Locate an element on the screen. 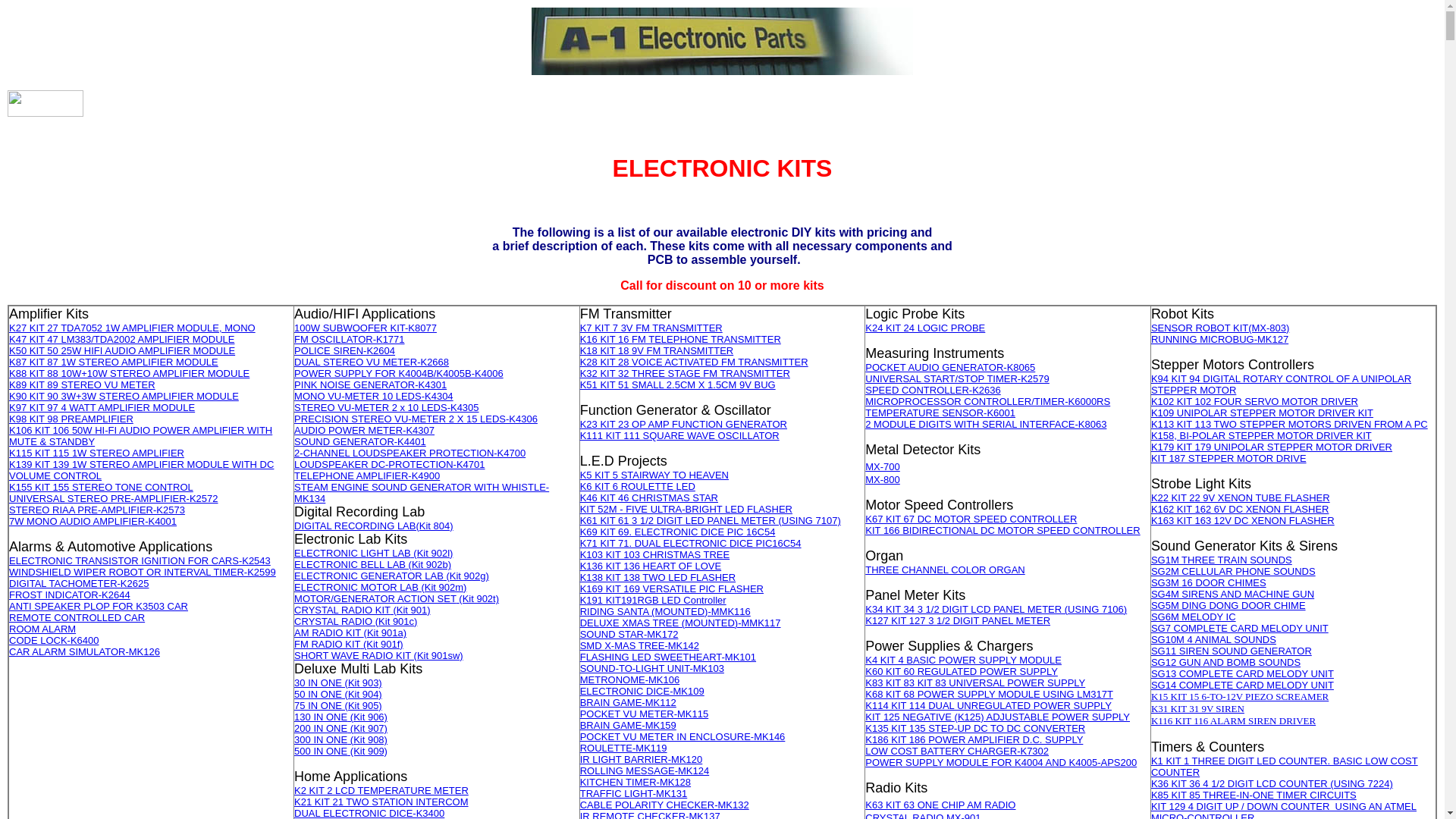  '50 IN ONE (Kit 904)' is located at coordinates (337, 694).